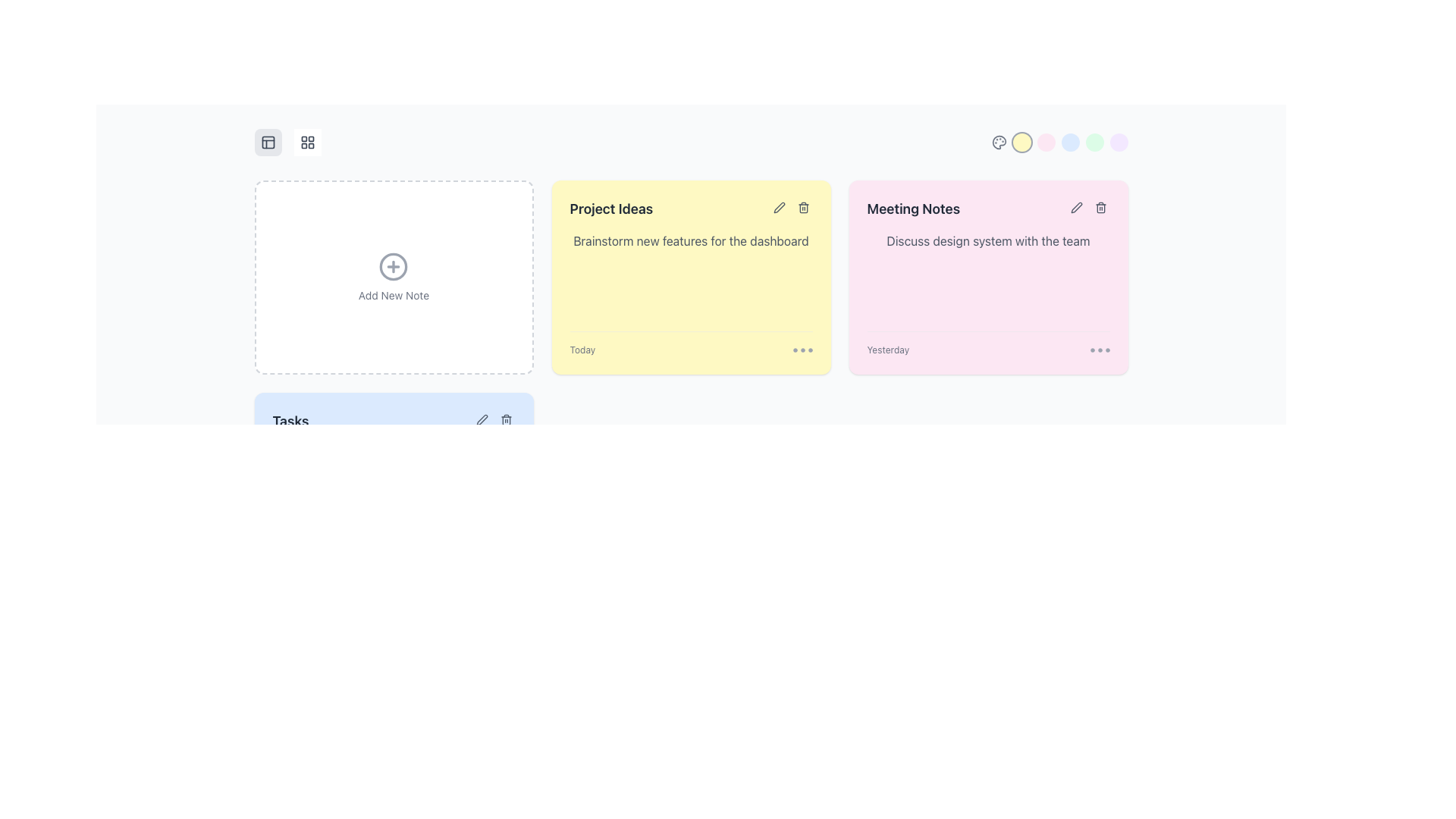 The height and width of the screenshot is (819, 1456). Describe the element at coordinates (1075, 207) in the screenshot. I see `the small rounded icon button with a pen icon located in the top-right corner of the 'Meeting Notes' pink card` at that location.